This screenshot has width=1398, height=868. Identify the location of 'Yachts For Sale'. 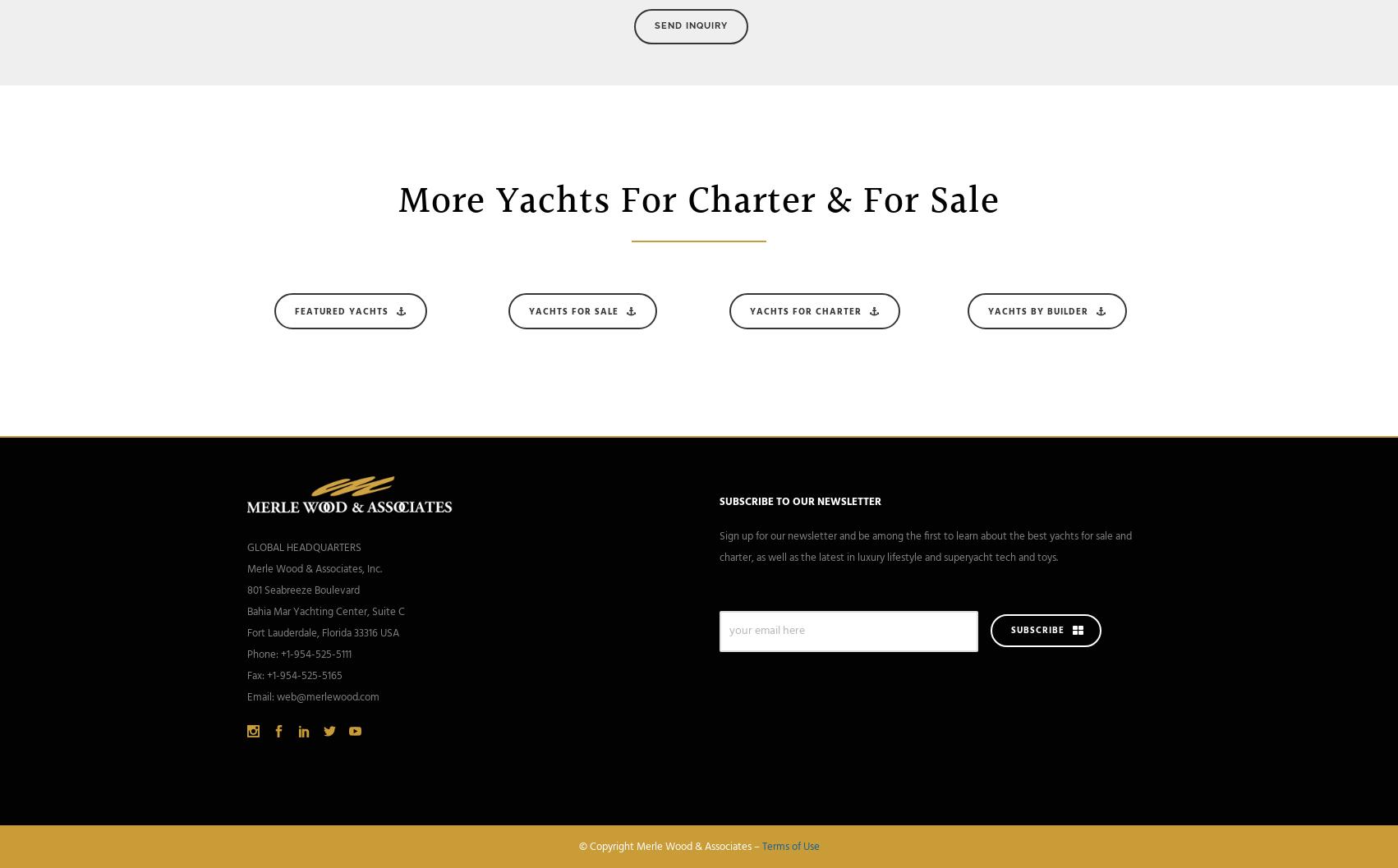
(573, 310).